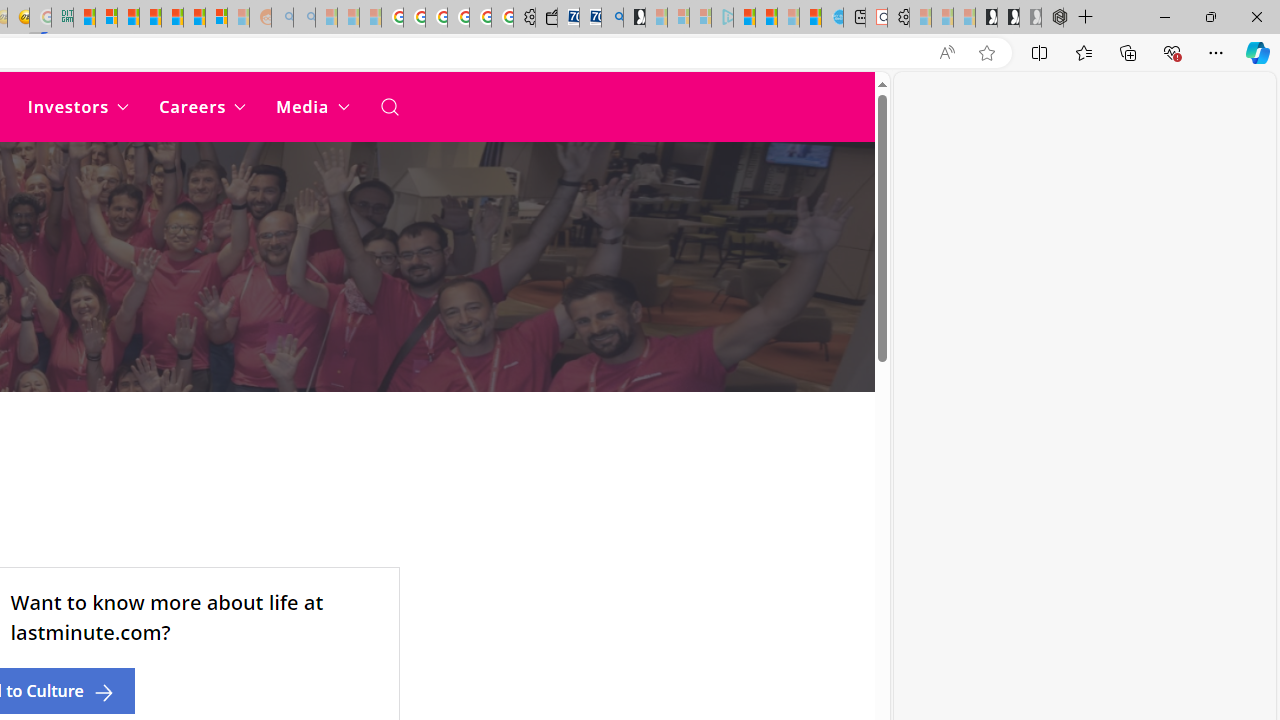 This screenshot has width=1280, height=720. I want to click on 'Split screen', so click(1040, 51).